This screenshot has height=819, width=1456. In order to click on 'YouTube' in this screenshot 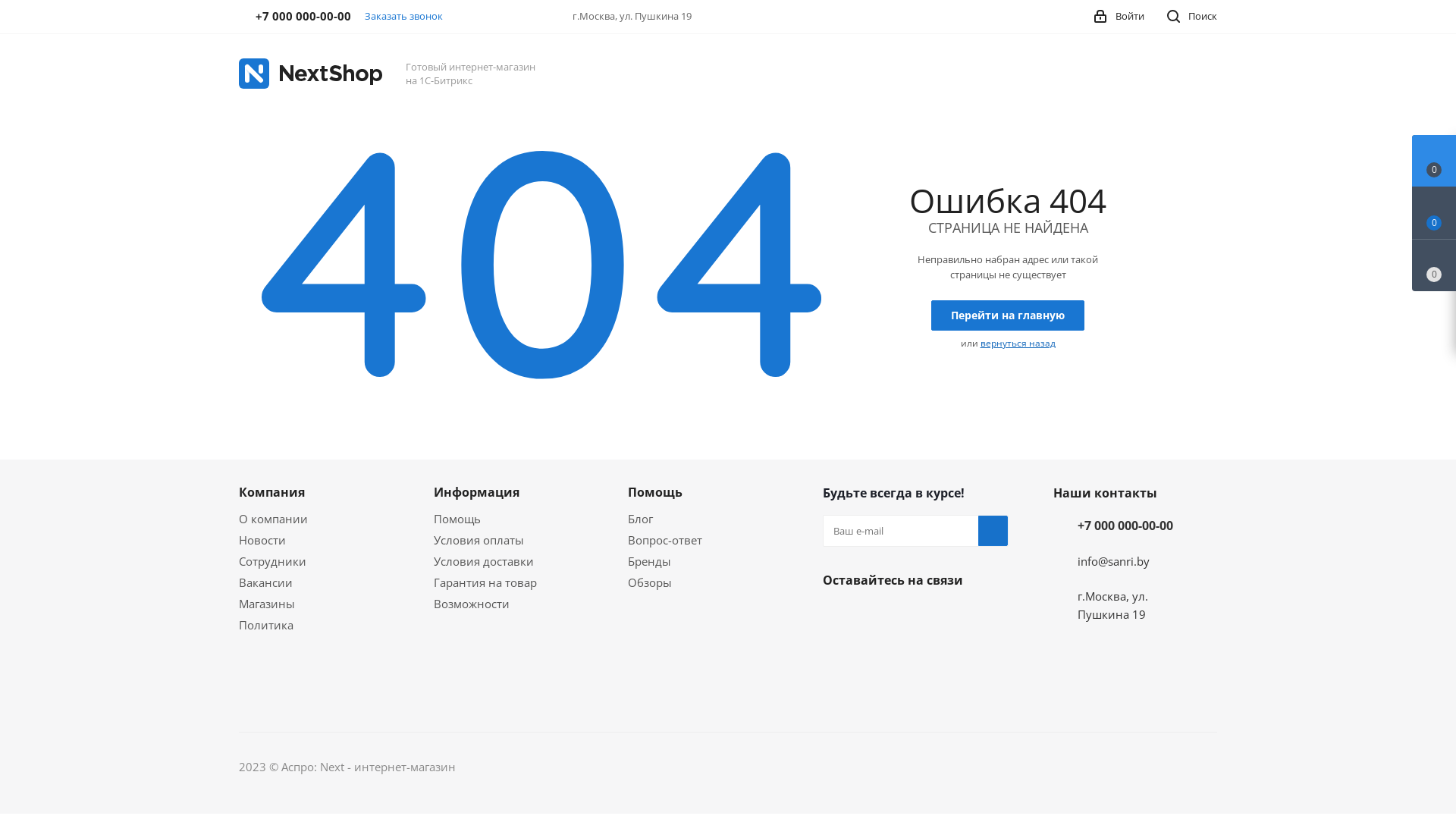, I will do `click(876, 652)`.